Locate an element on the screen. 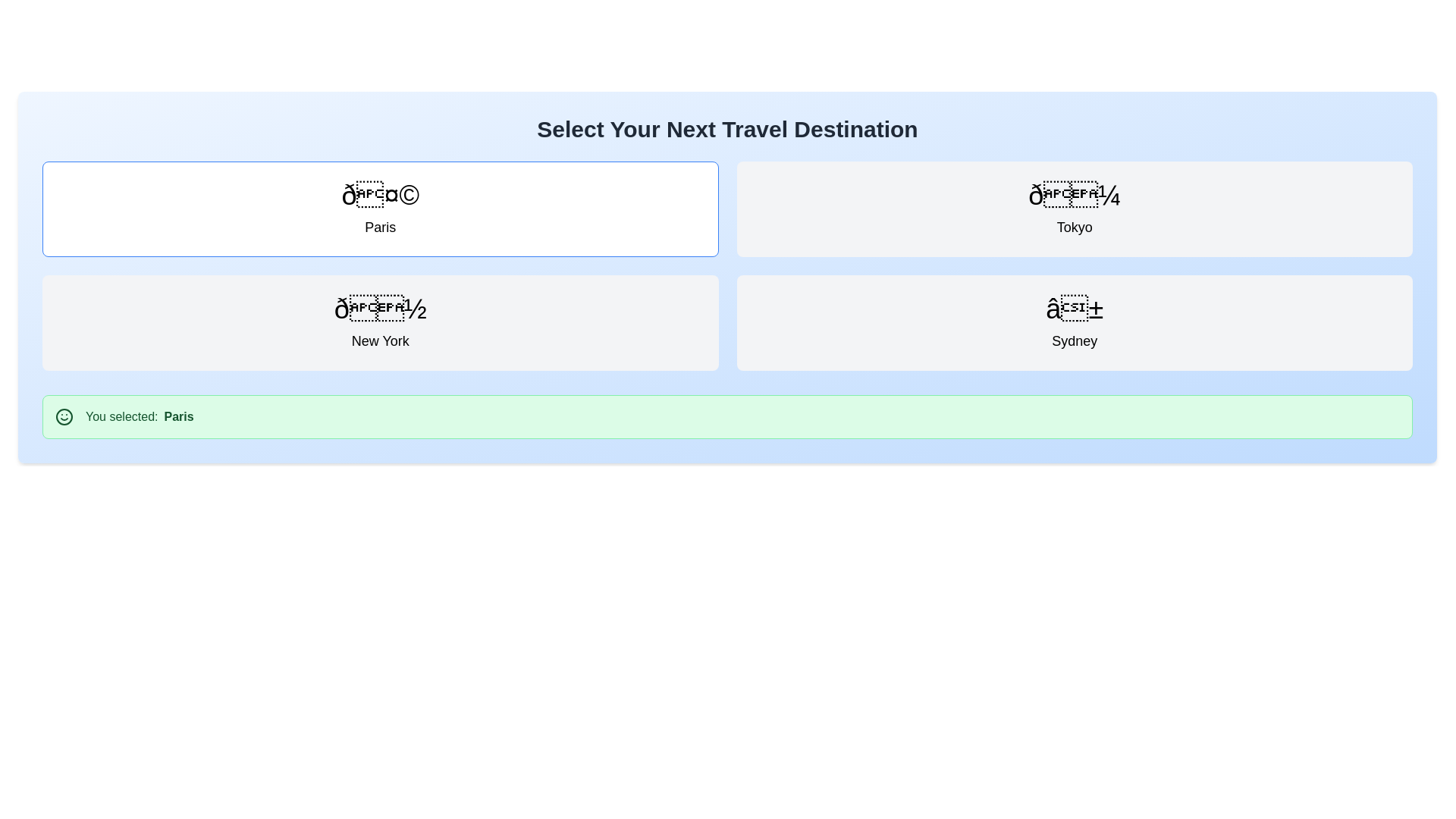 The height and width of the screenshot is (819, 1456). the second selectable card in the top row, which has a light gray background and the label 'Tokyo' is located at coordinates (1074, 209).